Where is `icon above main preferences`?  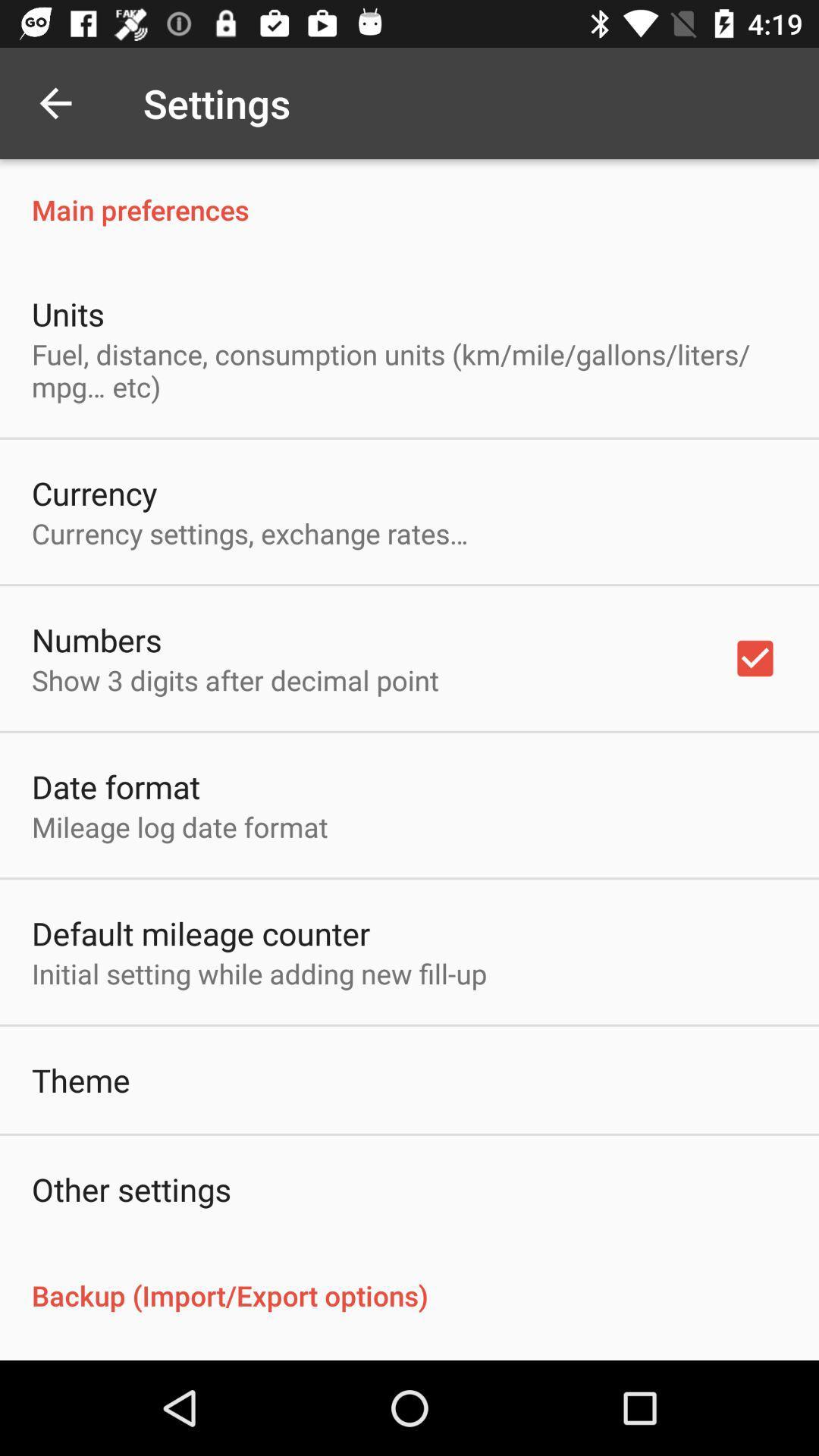 icon above main preferences is located at coordinates (55, 102).